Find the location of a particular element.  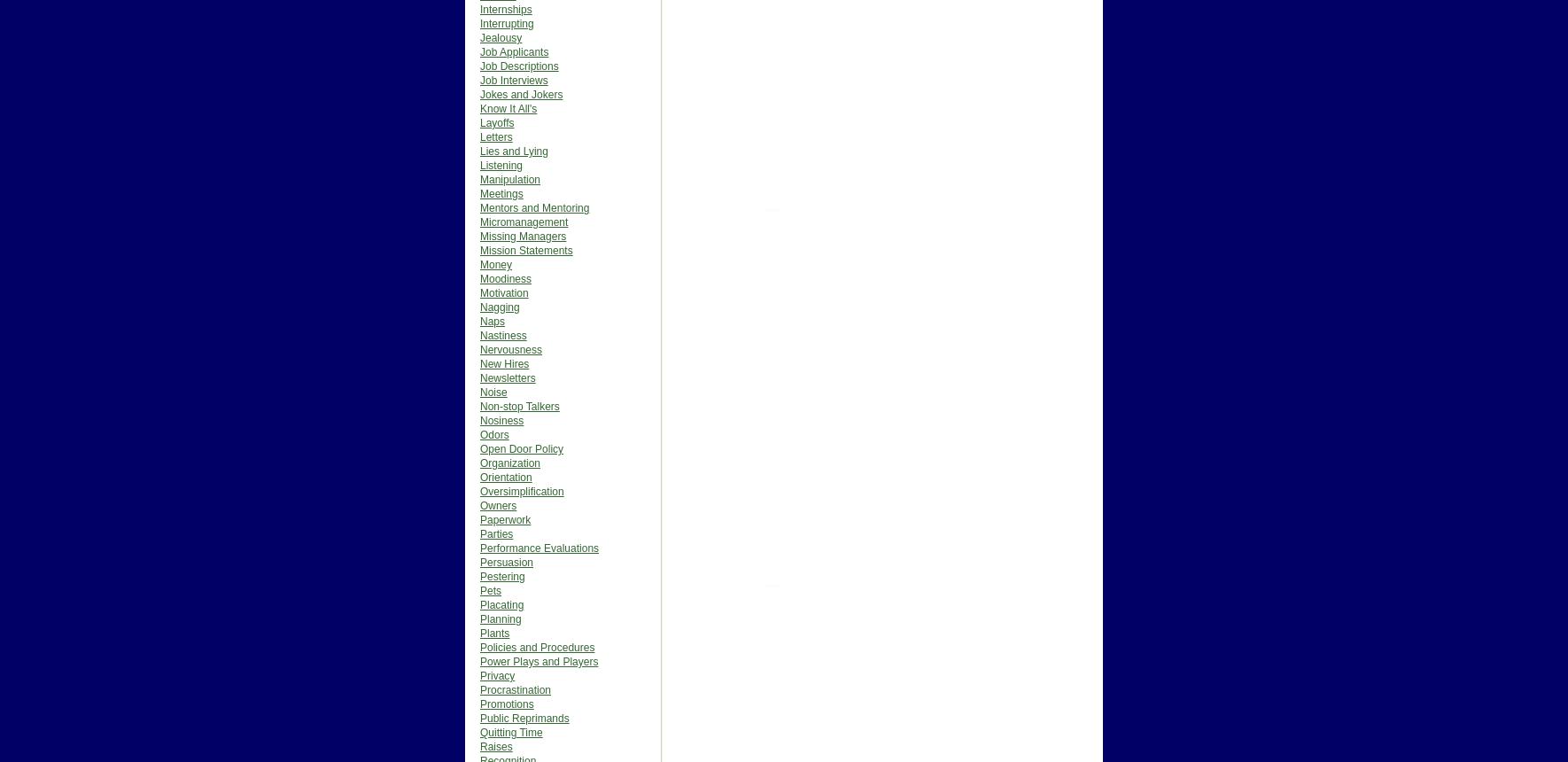

'Internships' is located at coordinates (506, 10).